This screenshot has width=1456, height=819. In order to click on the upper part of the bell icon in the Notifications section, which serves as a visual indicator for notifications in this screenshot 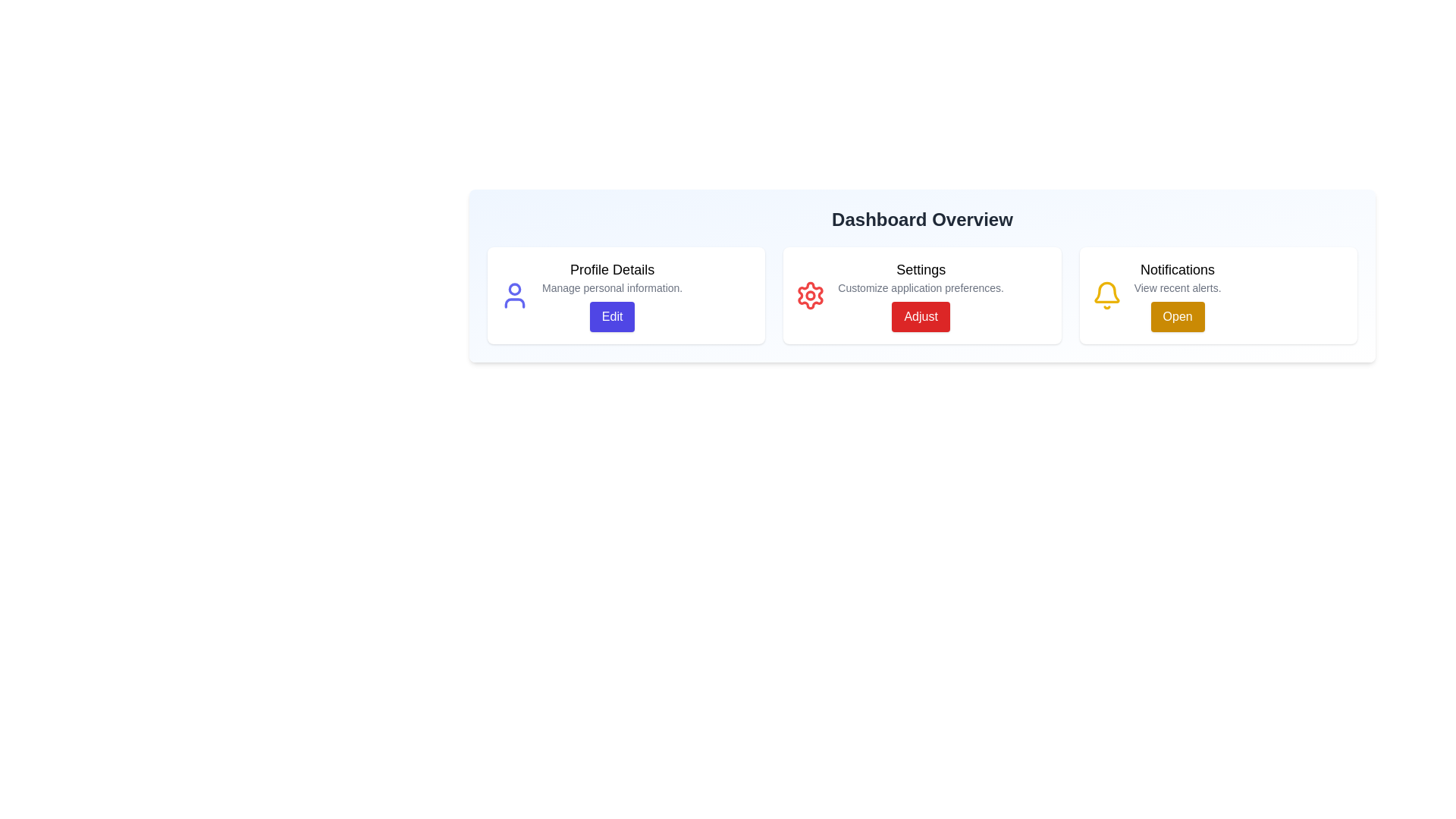, I will do `click(1106, 292)`.